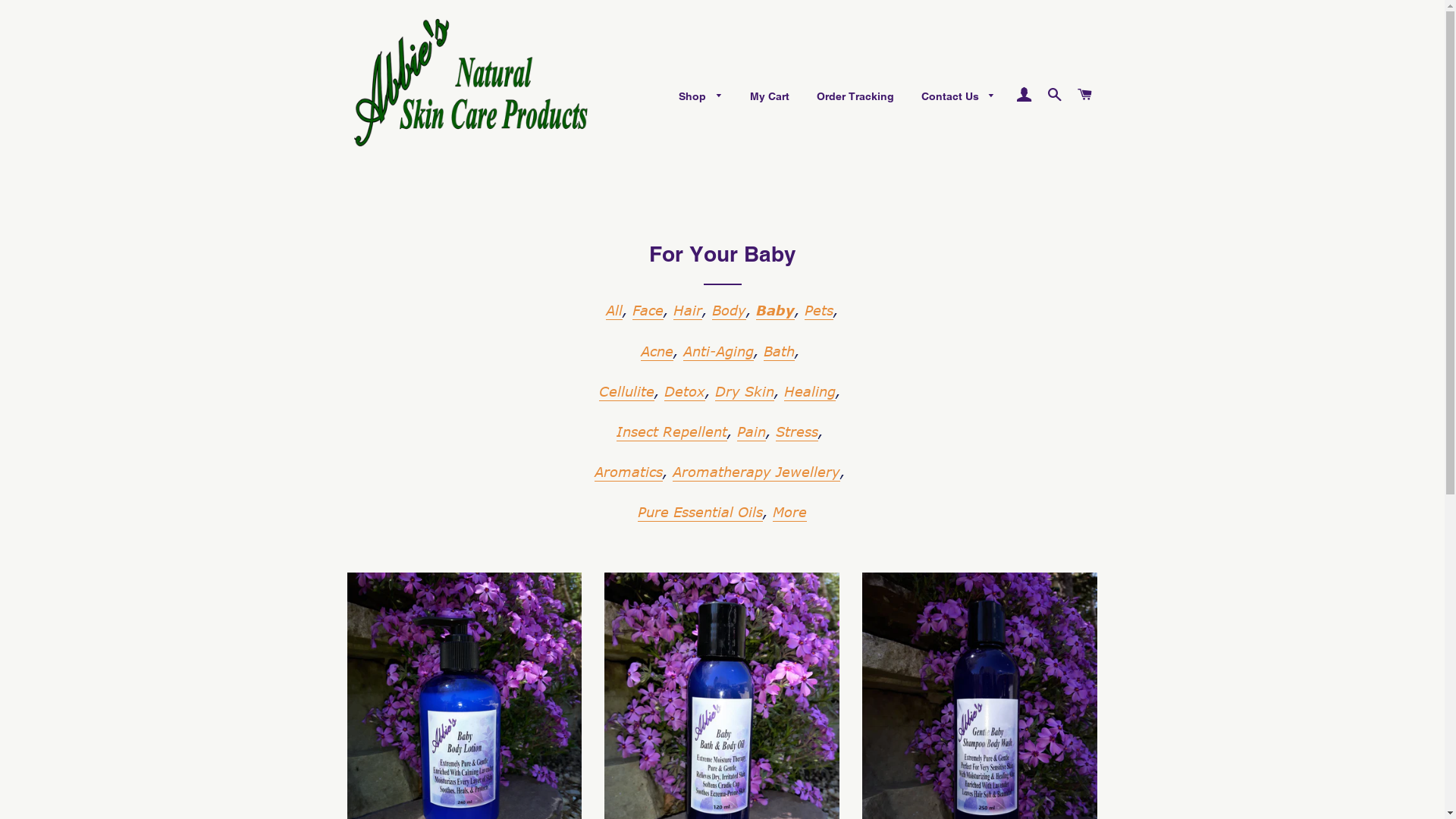 This screenshot has width=1456, height=819. I want to click on 'Insect Repellent', so click(671, 432).